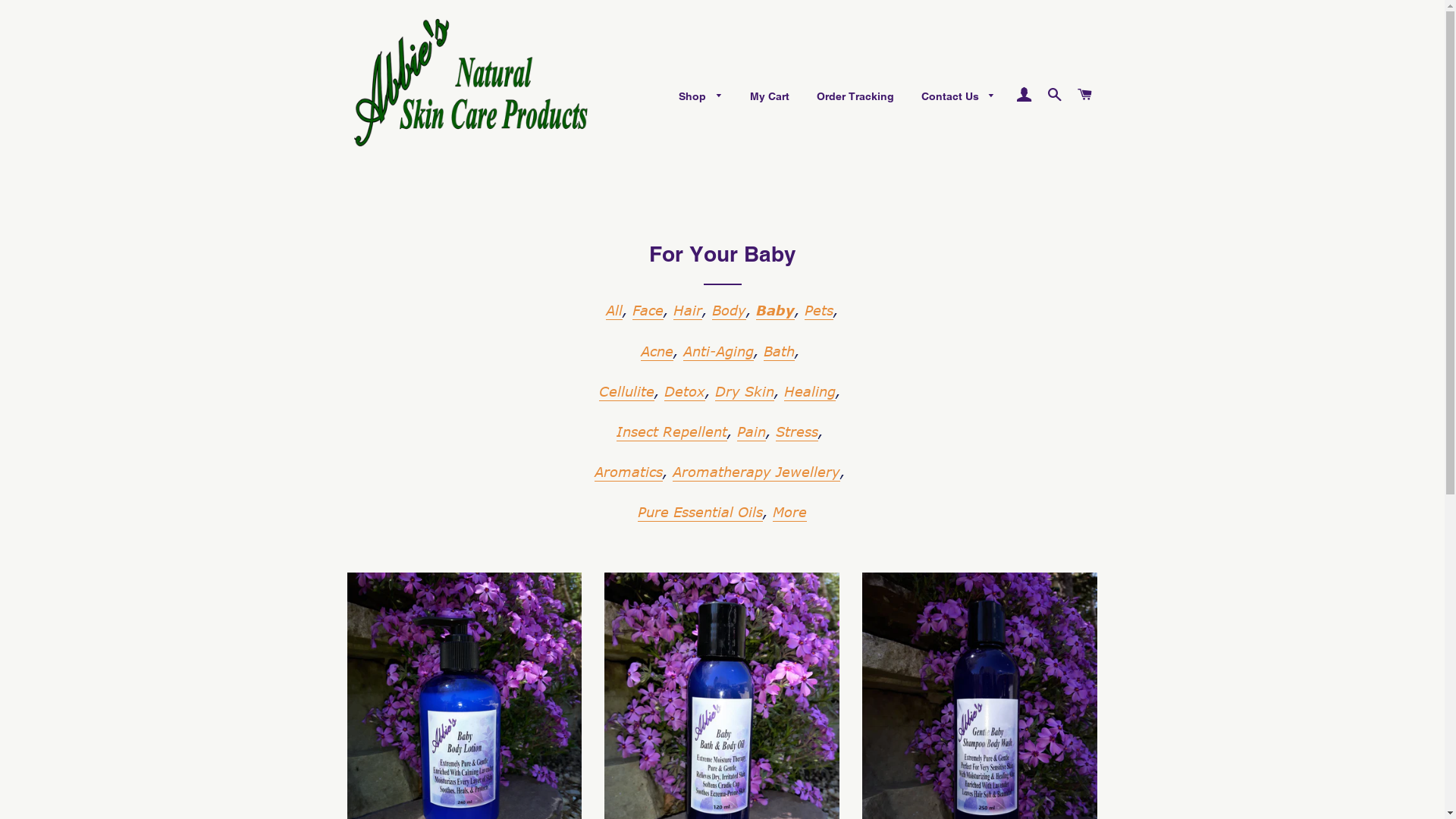 This screenshot has width=1456, height=819. I want to click on 'Insect Repellent', so click(671, 432).